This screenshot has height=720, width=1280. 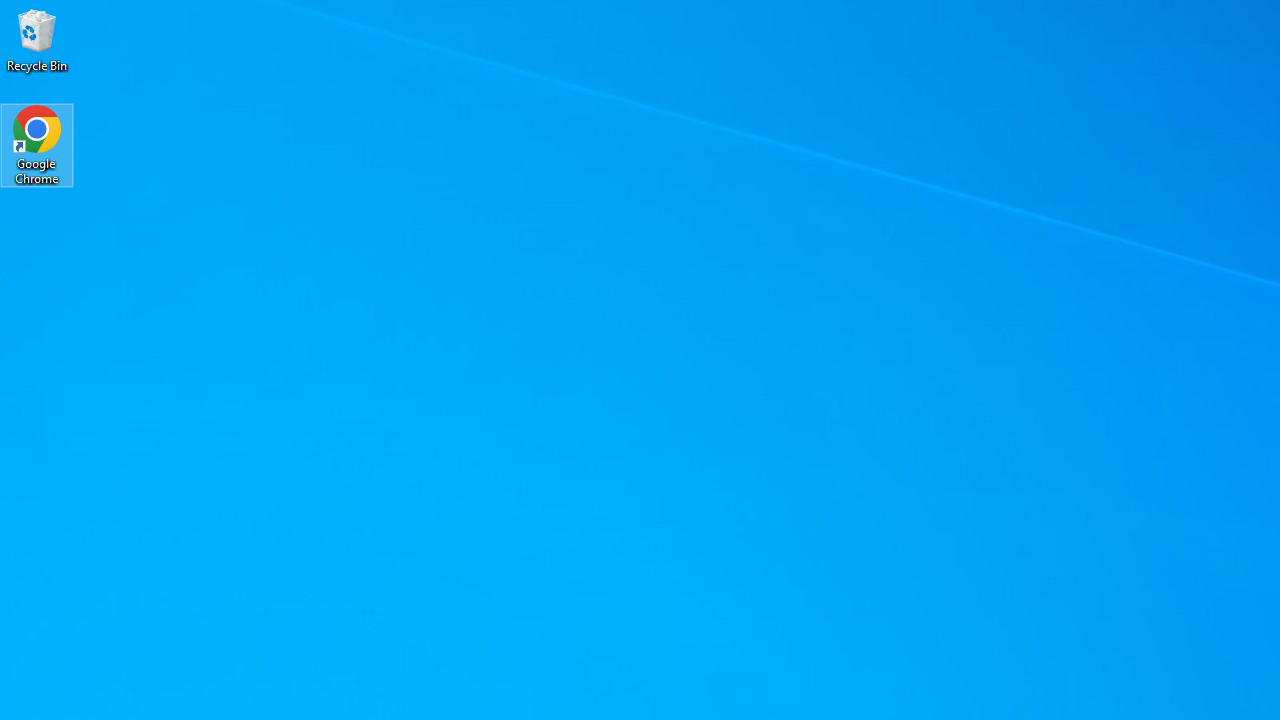 I want to click on 'Recycle Bin', so click(x=37, y=39).